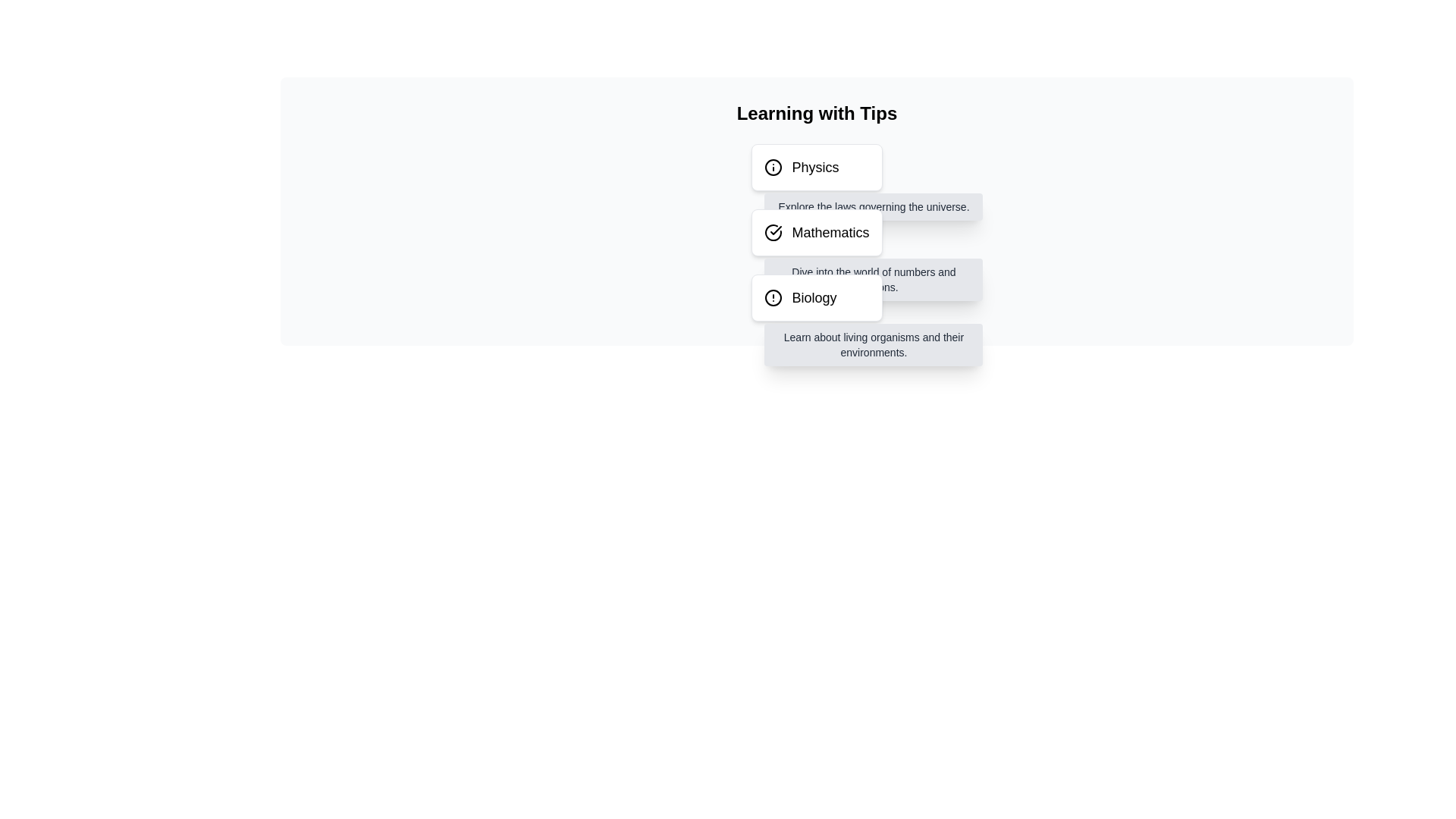 Image resolution: width=1456 pixels, height=819 pixels. I want to click on the 'Mathematics' text label located within the second card, to the right of the checkmark icon, so click(816, 233).